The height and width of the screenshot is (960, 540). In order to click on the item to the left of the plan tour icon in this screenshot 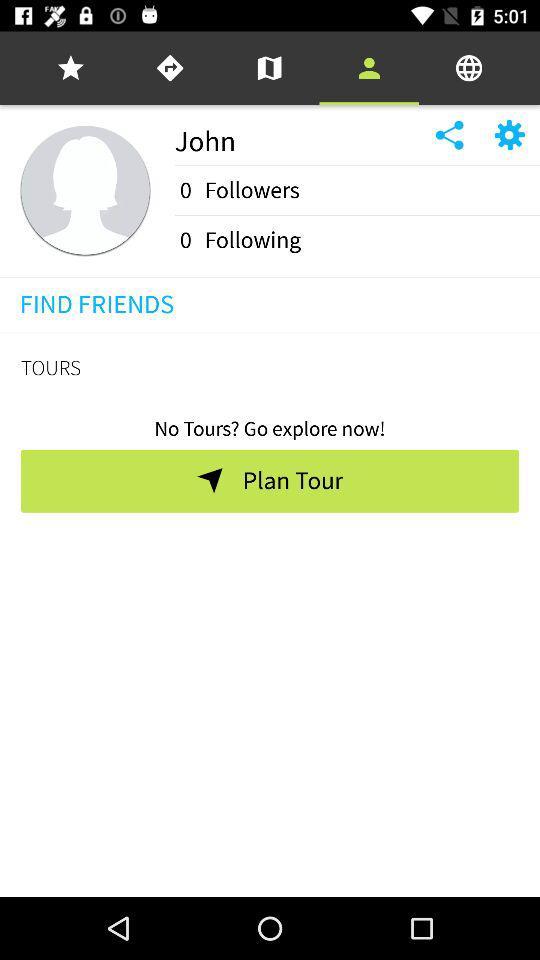, I will do `click(208, 480)`.